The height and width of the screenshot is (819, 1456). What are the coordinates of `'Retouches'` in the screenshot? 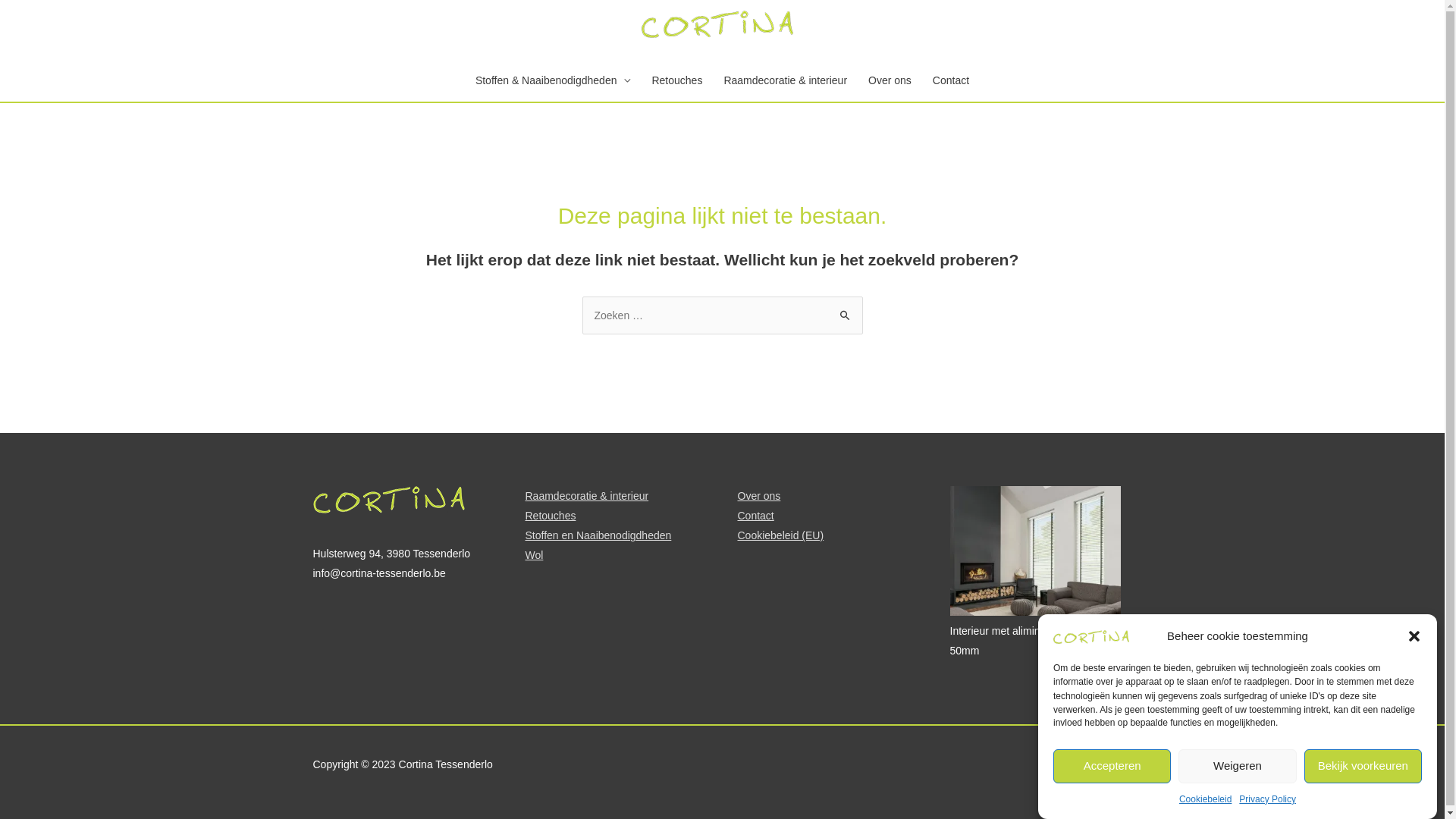 It's located at (524, 514).